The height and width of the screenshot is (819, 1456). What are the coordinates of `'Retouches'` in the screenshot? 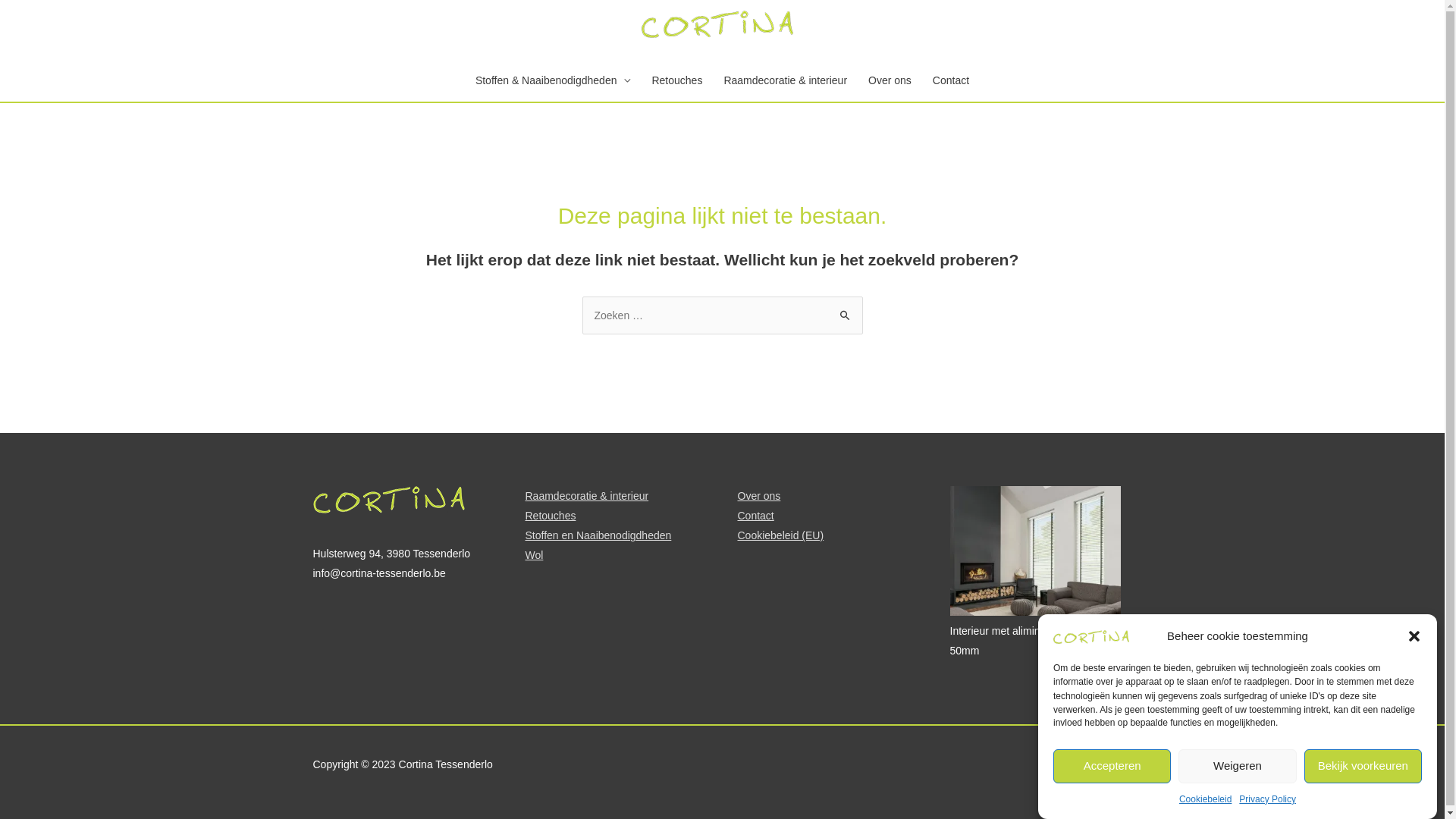 It's located at (524, 514).